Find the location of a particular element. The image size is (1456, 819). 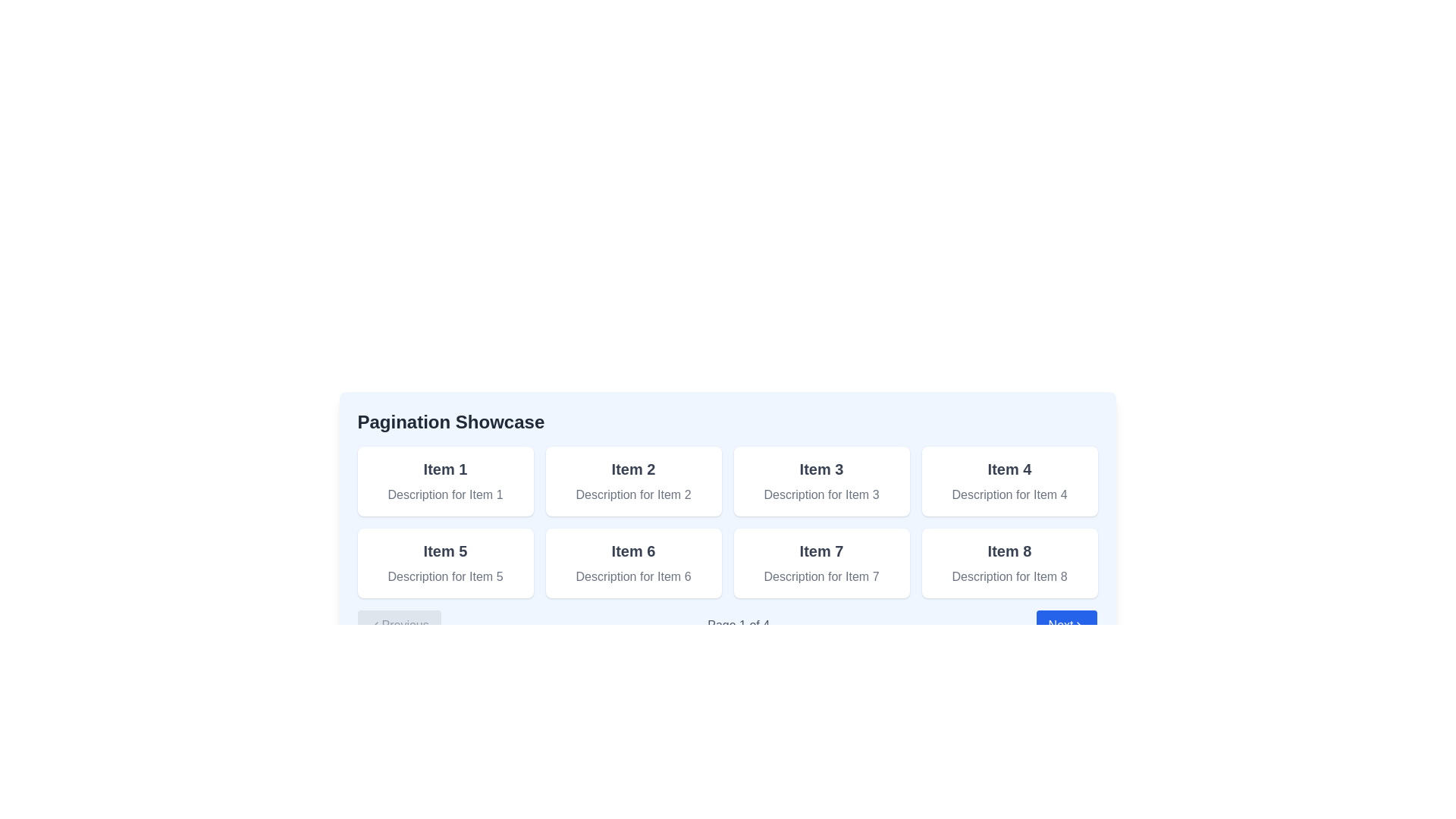

the text label displaying 'Description for Item 4', located beneath the title 'Item 4' in the fourth card of an 8-item grid layout is located at coordinates (1009, 494).